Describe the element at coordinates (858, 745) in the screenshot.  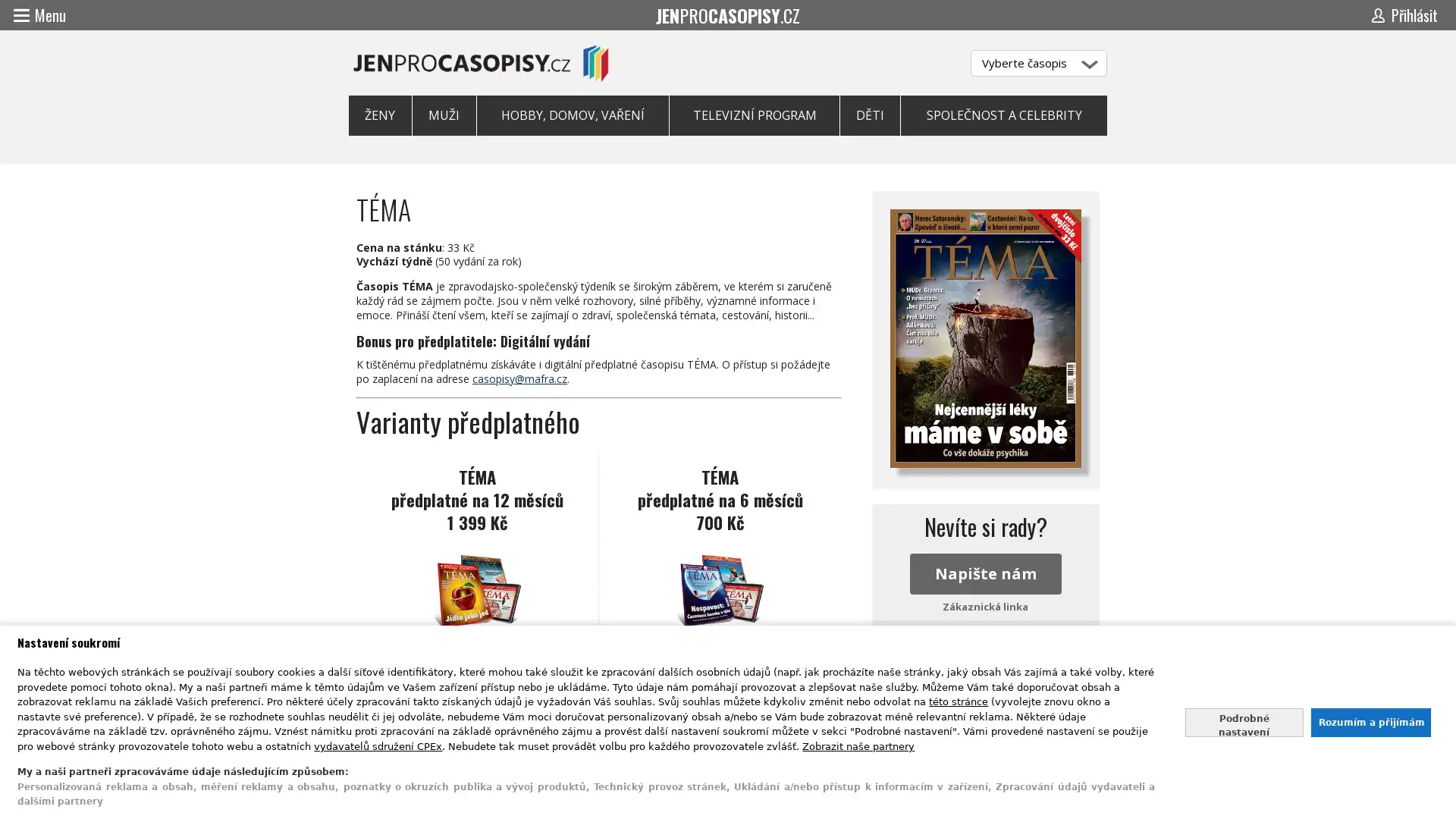
I see `Zobrazit nase partnery` at that location.